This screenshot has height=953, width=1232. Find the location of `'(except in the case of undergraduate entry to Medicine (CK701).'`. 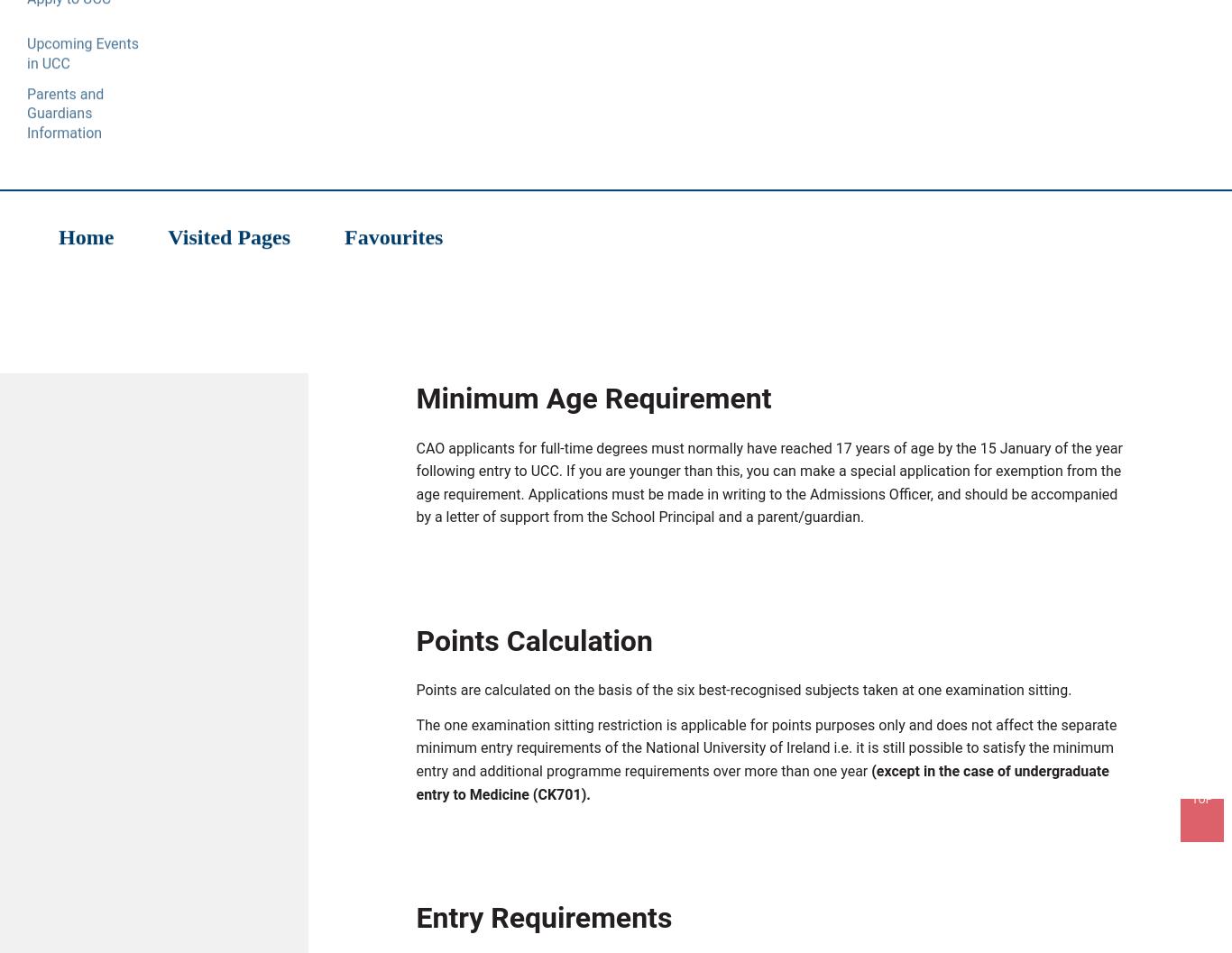

'(except in the case of undergraduate entry to Medicine (CK701).' is located at coordinates (761, 785).